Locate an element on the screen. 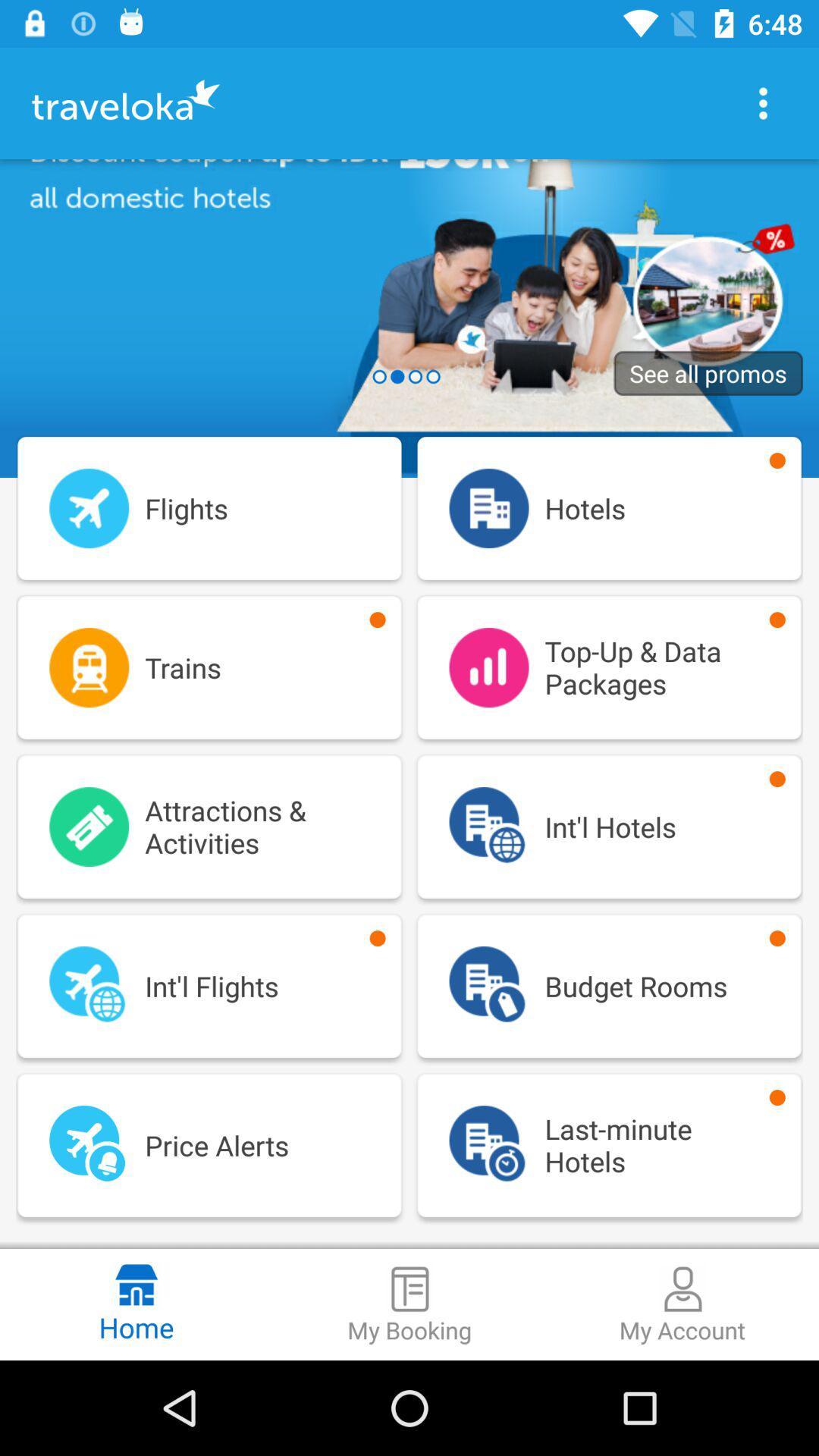  more is located at coordinates (763, 102).